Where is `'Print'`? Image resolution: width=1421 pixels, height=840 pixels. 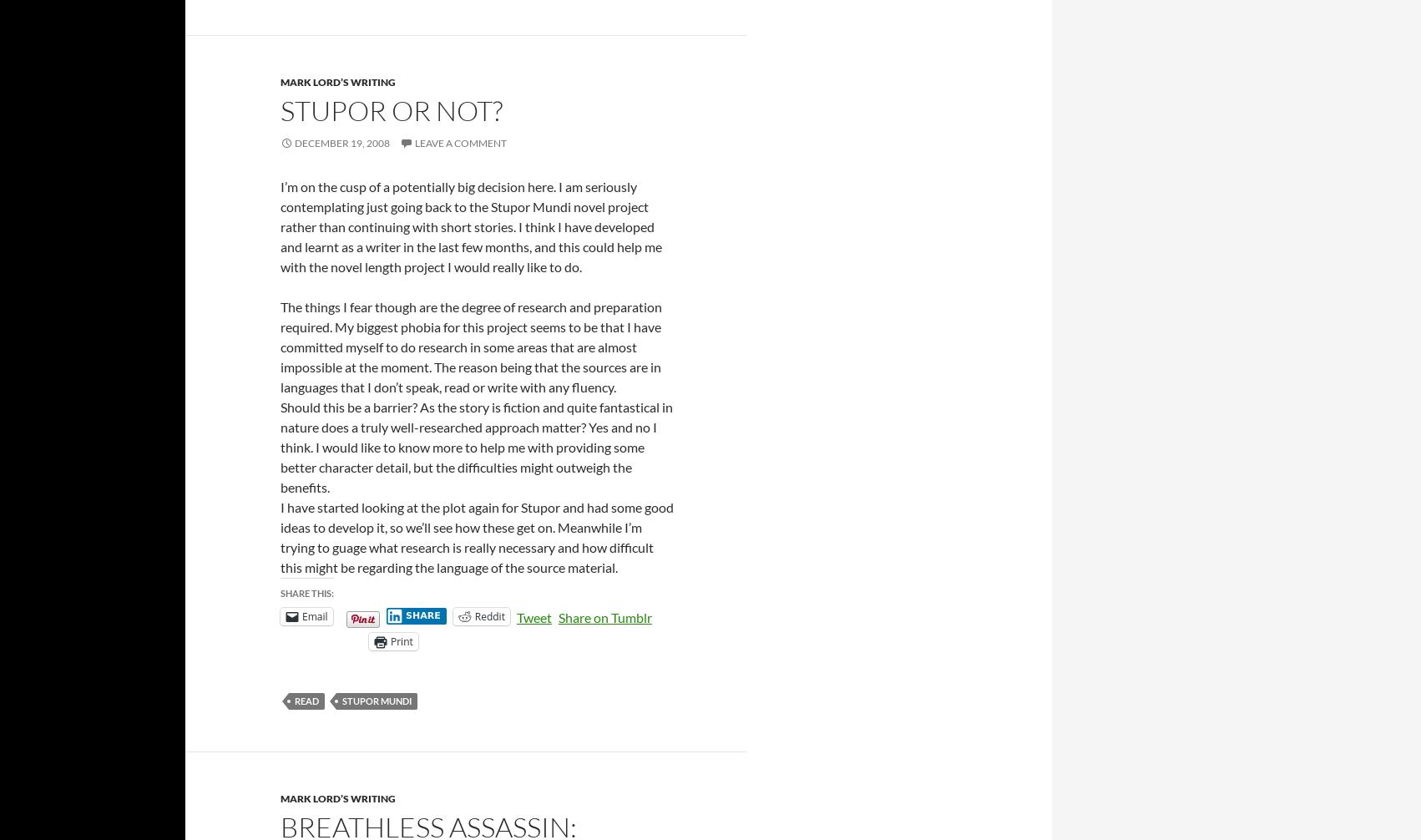 'Print' is located at coordinates (400, 640).